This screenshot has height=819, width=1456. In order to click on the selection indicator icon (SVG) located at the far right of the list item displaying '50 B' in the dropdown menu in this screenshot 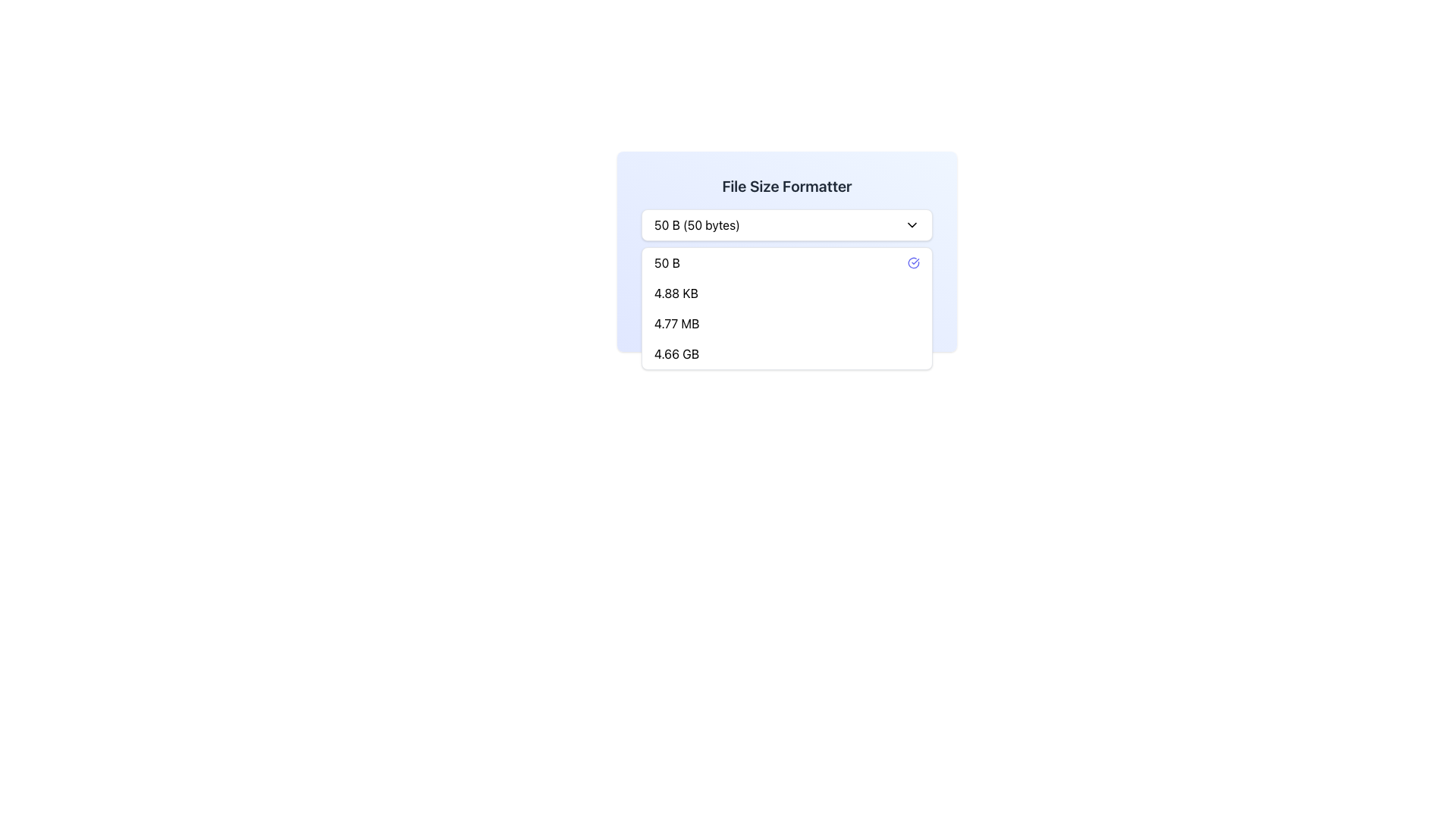, I will do `click(912, 262)`.